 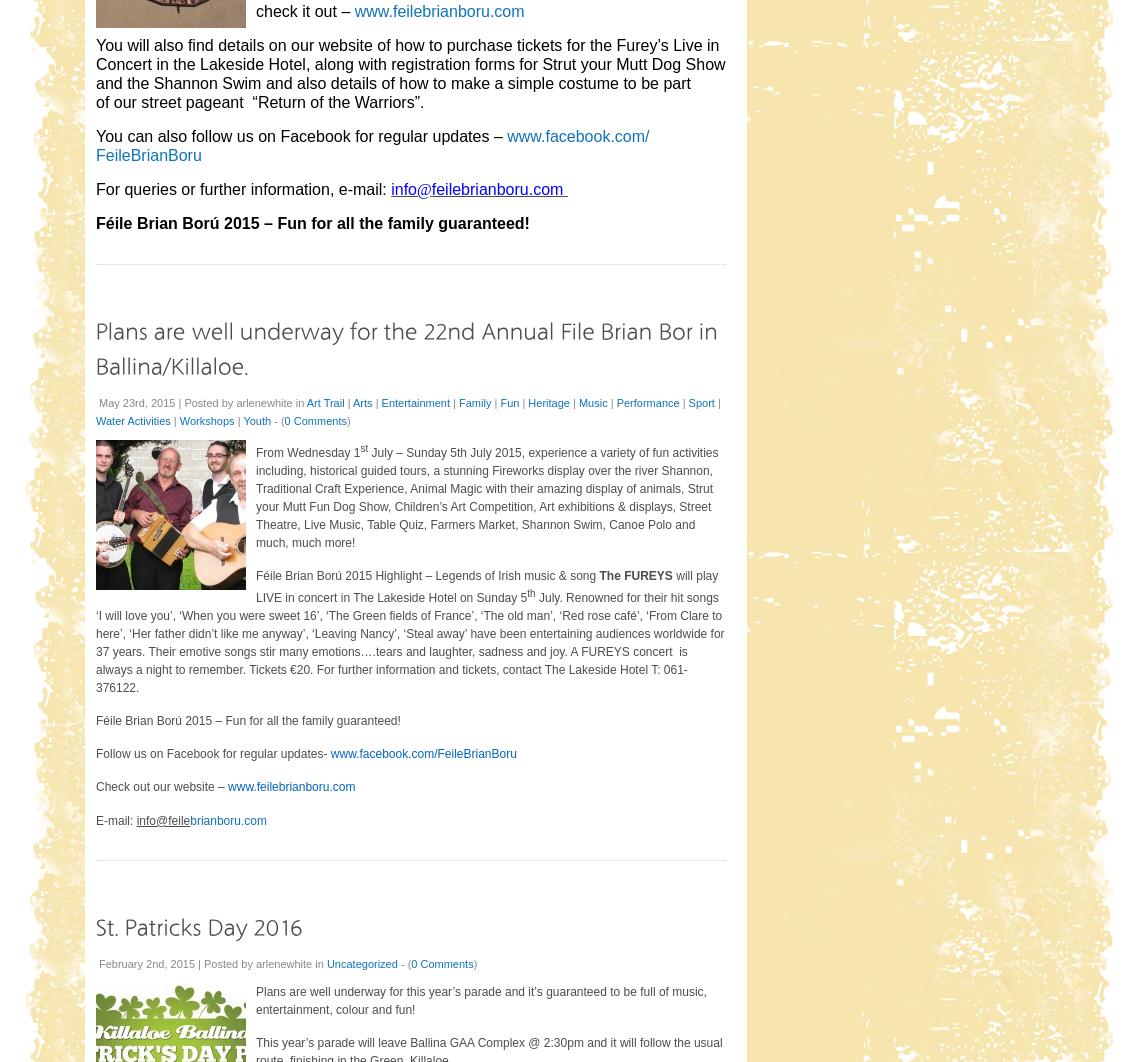 I want to click on 'Uncategorized', so click(x=360, y=962).